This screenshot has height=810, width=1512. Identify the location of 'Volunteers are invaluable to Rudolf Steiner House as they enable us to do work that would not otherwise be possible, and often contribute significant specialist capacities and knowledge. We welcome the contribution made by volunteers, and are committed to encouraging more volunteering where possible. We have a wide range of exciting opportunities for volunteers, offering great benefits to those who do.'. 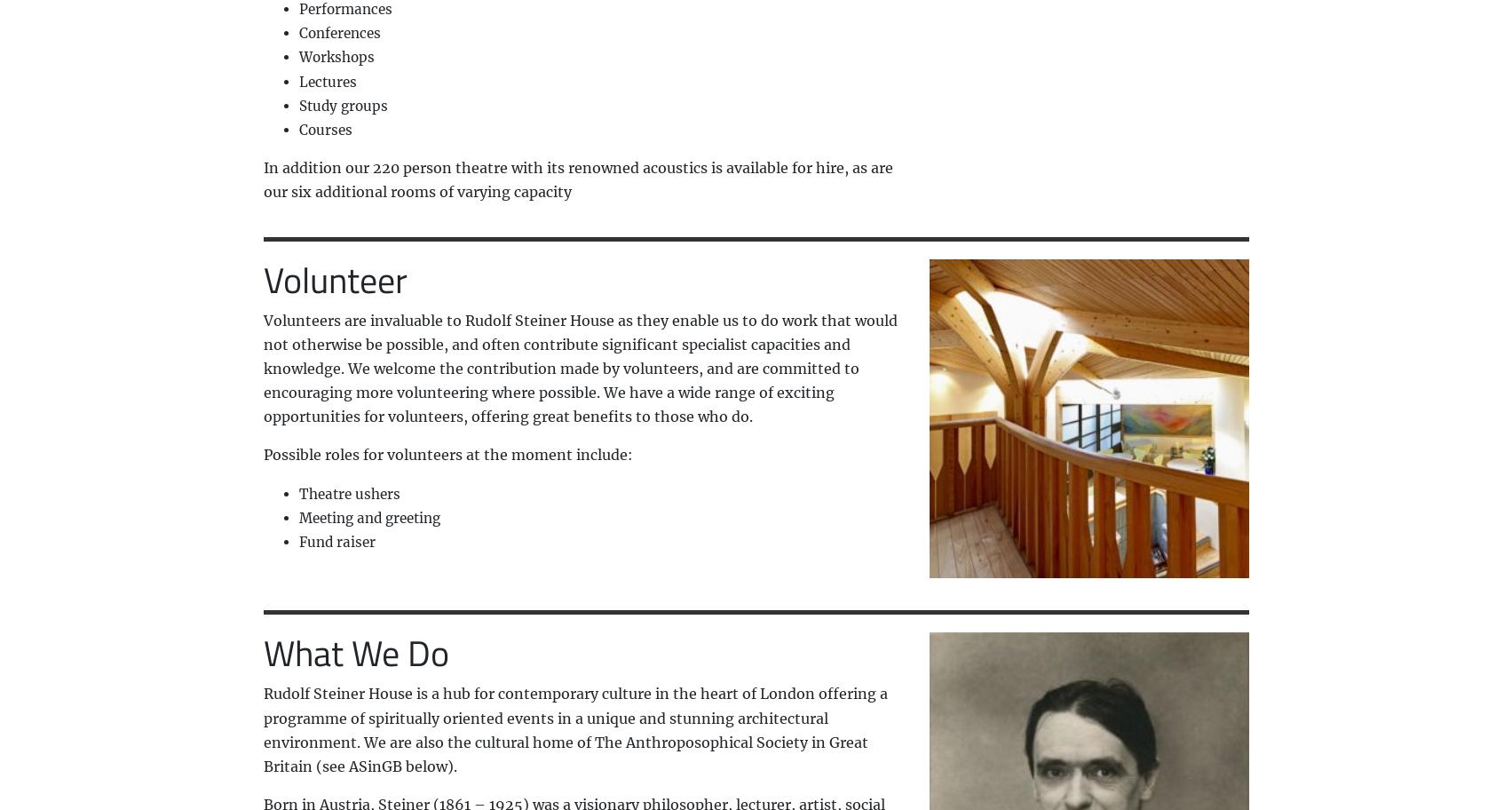
(578, 368).